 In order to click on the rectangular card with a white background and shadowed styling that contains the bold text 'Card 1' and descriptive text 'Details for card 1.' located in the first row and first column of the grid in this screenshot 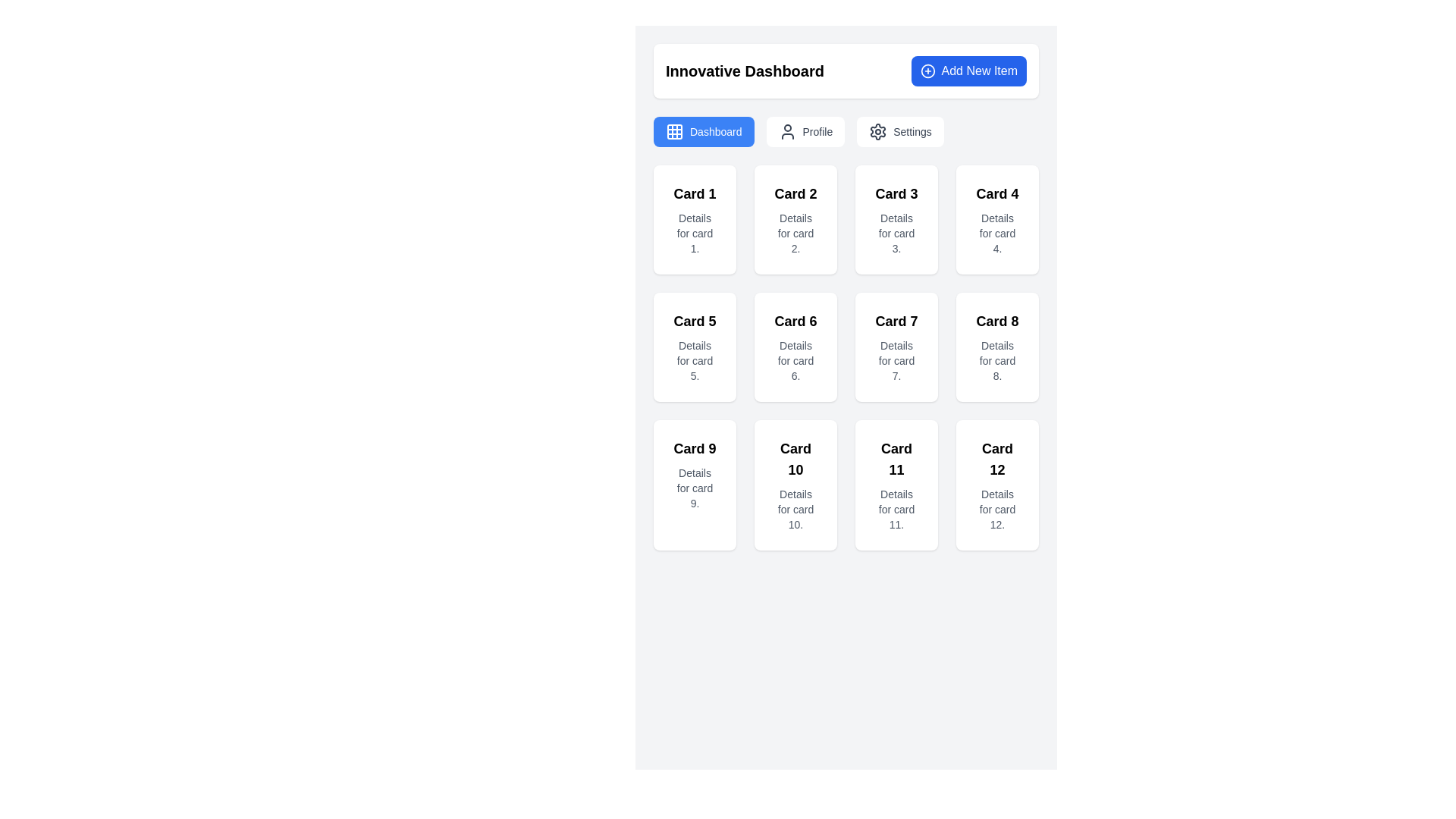, I will do `click(694, 219)`.